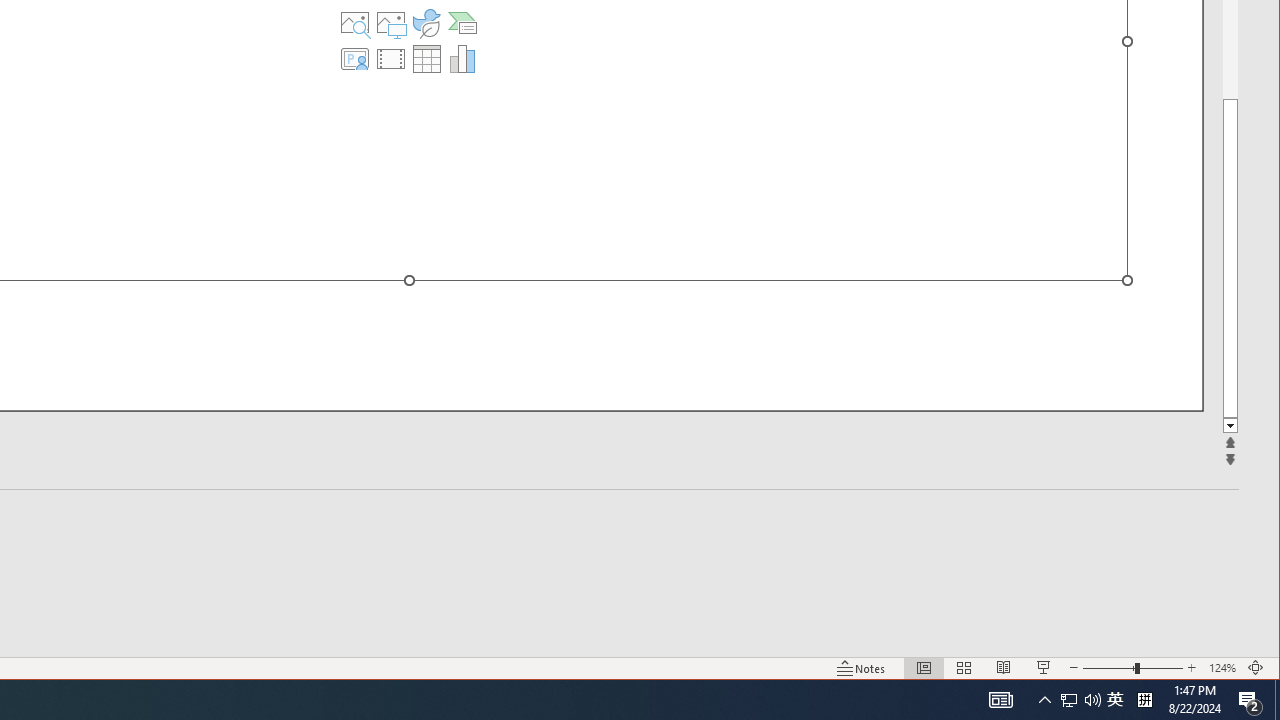 This screenshot has height=720, width=1280. What do you see at coordinates (355, 58) in the screenshot?
I see `'Insert Cameo'` at bounding box center [355, 58].